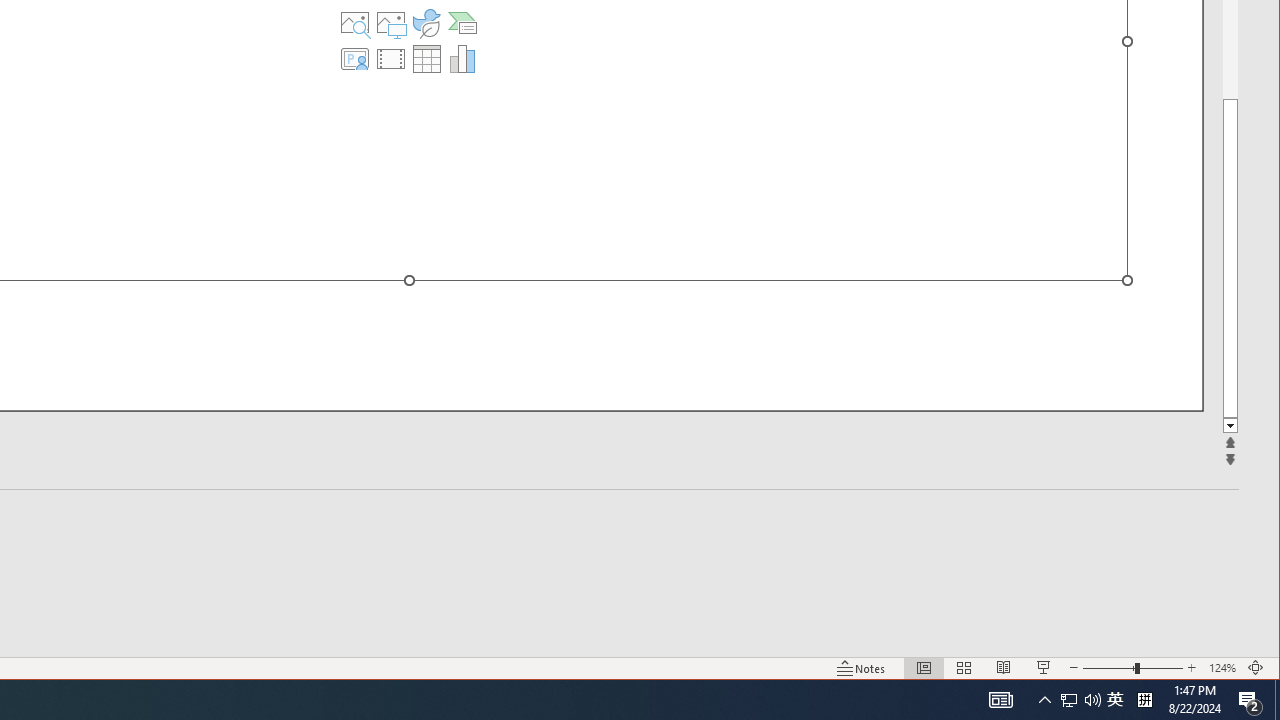 This screenshot has height=720, width=1280. What do you see at coordinates (355, 58) in the screenshot?
I see `'Insert Cameo'` at bounding box center [355, 58].